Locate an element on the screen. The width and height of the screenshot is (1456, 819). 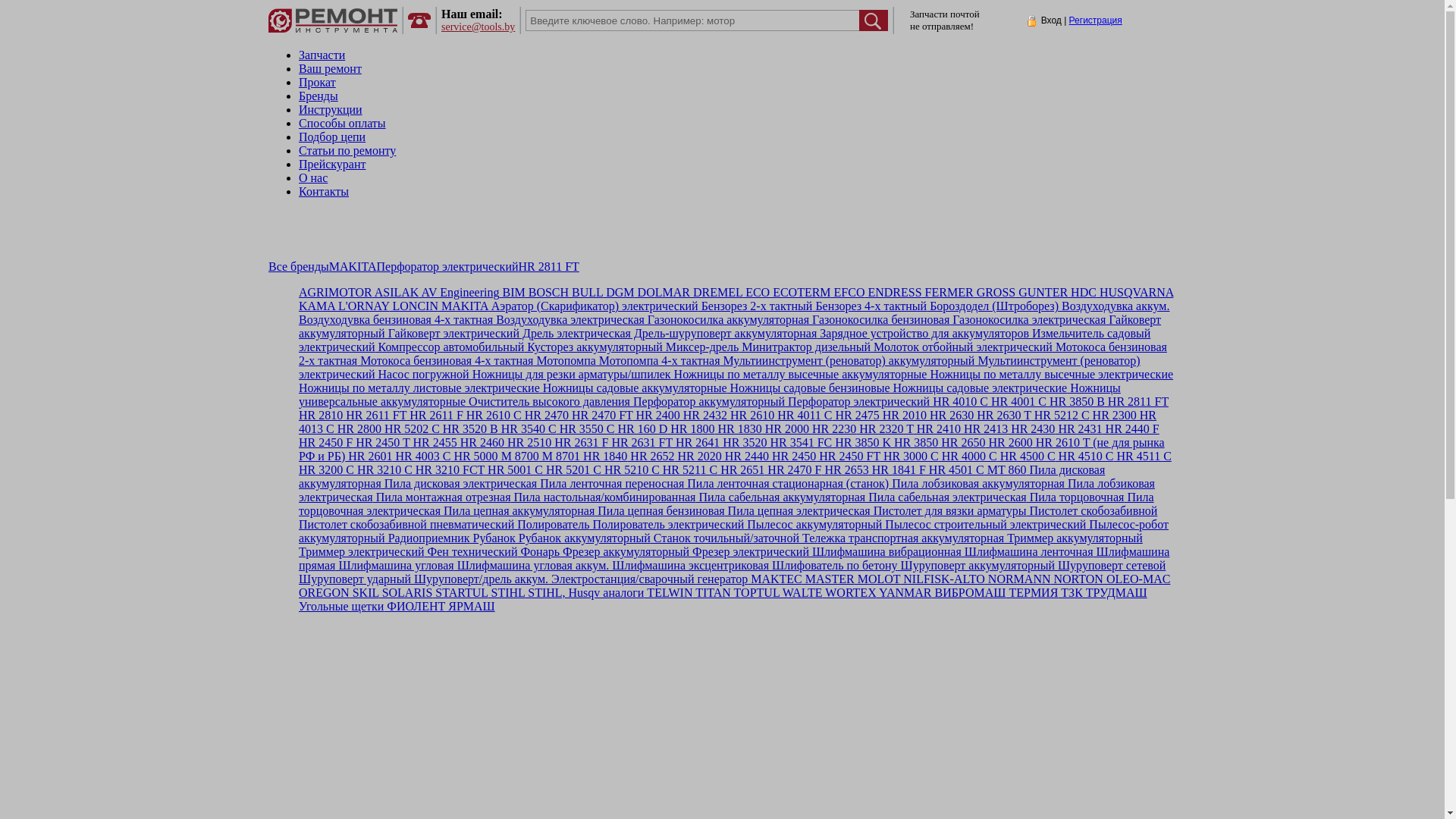
'HR 3210 C' is located at coordinates (383, 469).